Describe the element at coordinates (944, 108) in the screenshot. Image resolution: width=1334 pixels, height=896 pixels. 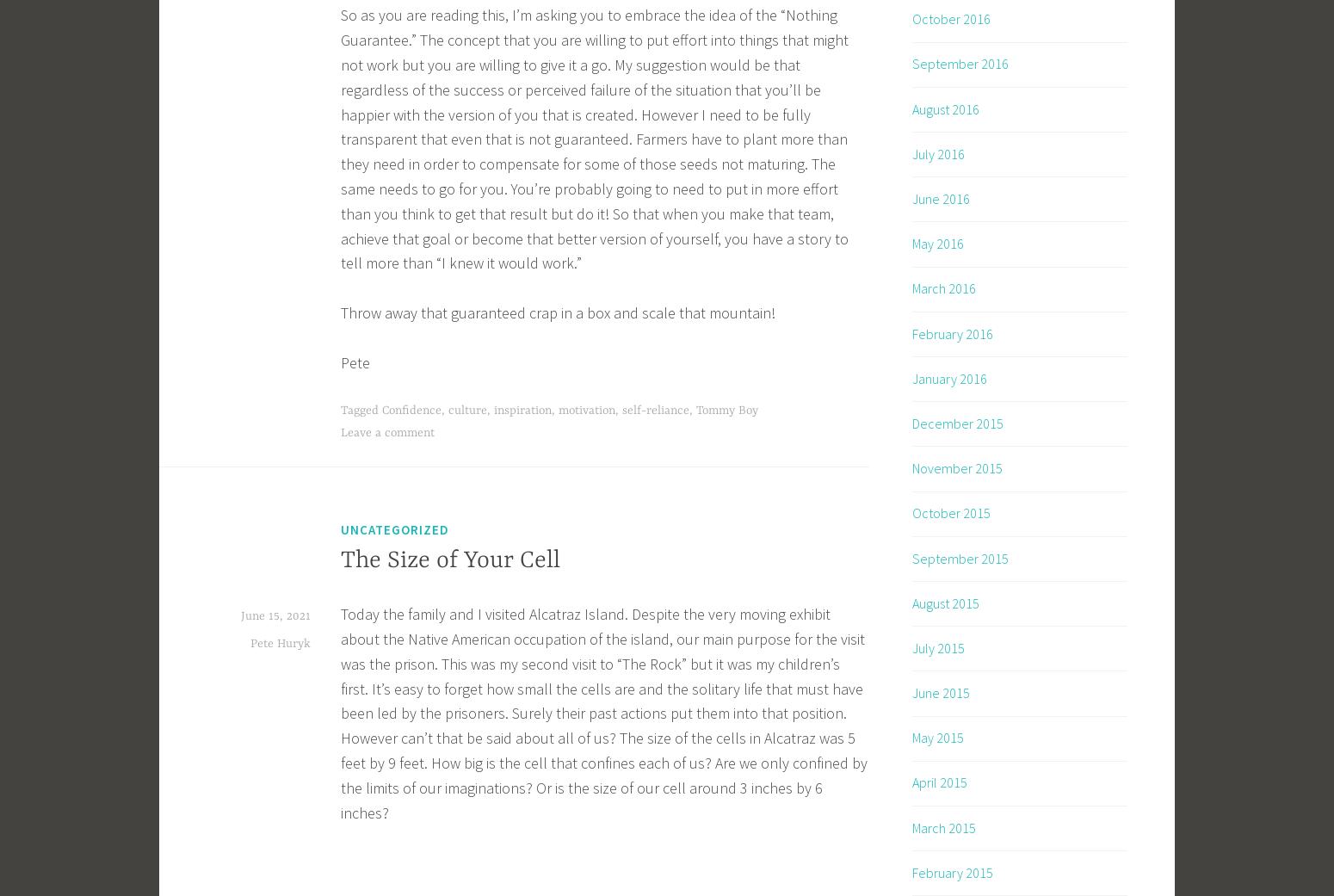
I see `'August 2016'` at that location.